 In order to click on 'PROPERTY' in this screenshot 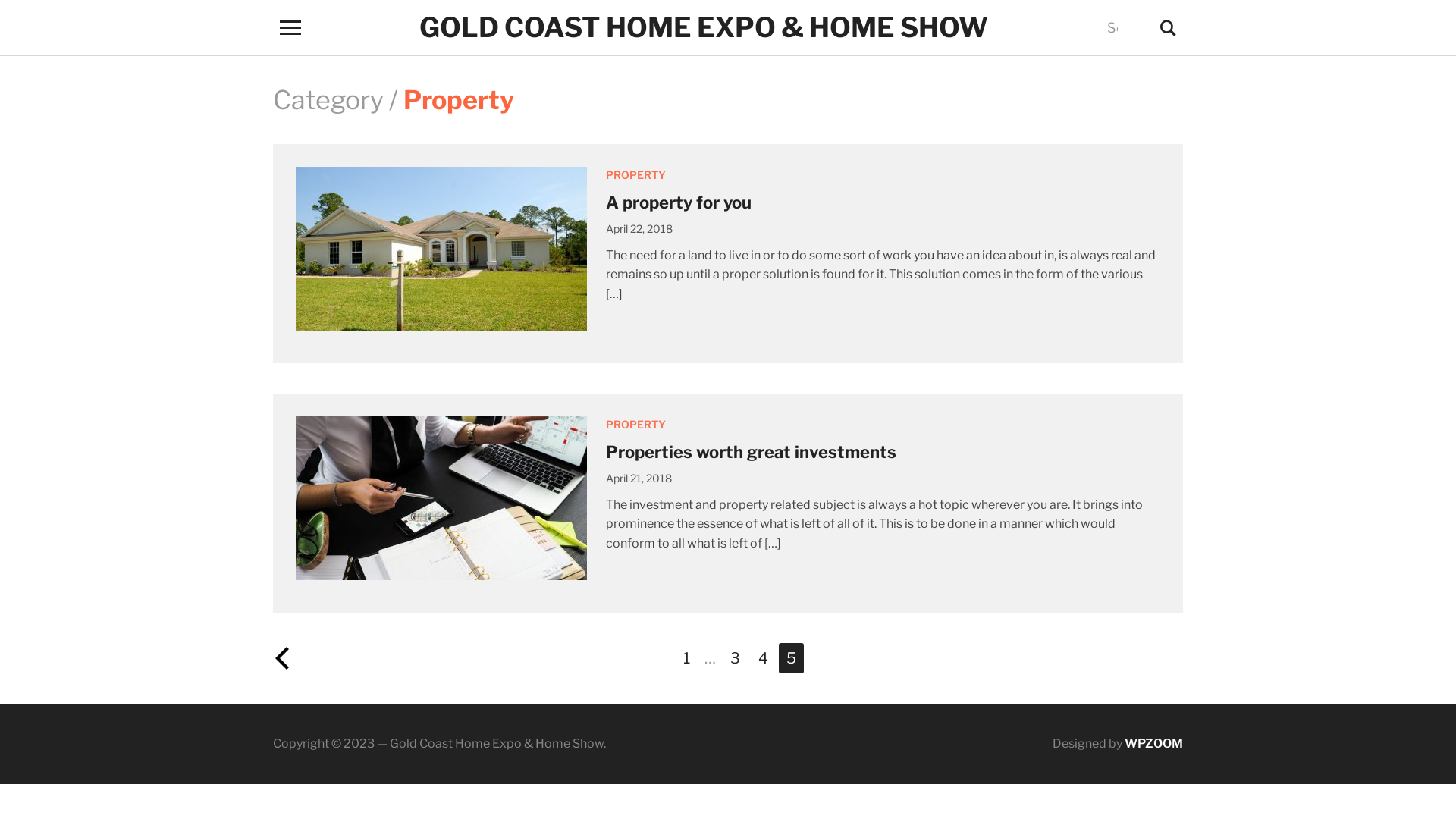, I will do `click(635, 174)`.